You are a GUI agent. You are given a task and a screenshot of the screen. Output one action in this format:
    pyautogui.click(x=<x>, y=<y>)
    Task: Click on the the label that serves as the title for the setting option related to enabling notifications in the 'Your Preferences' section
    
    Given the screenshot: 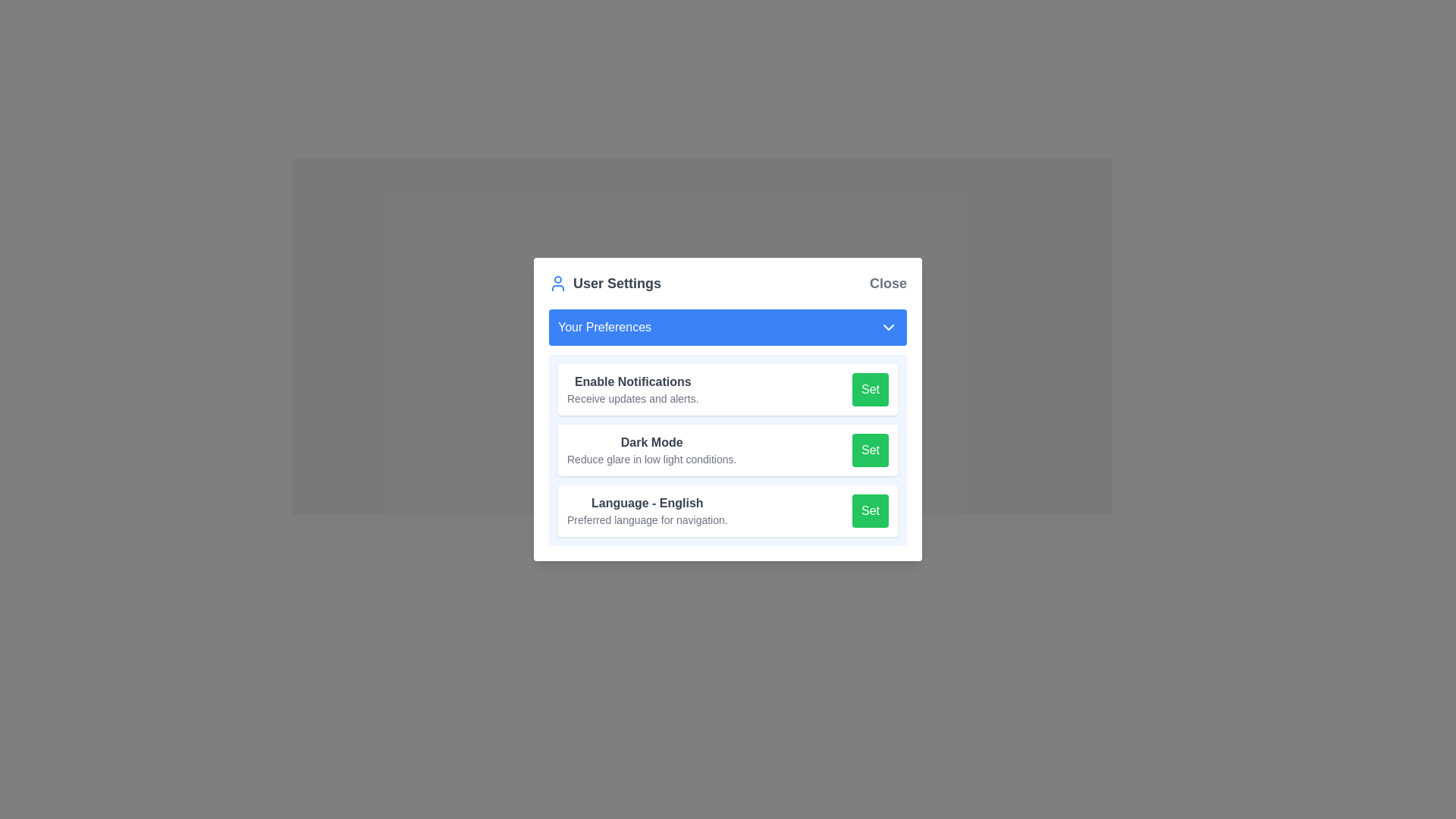 What is the action you would take?
    pyautogui.click(x=632, y=381)
    